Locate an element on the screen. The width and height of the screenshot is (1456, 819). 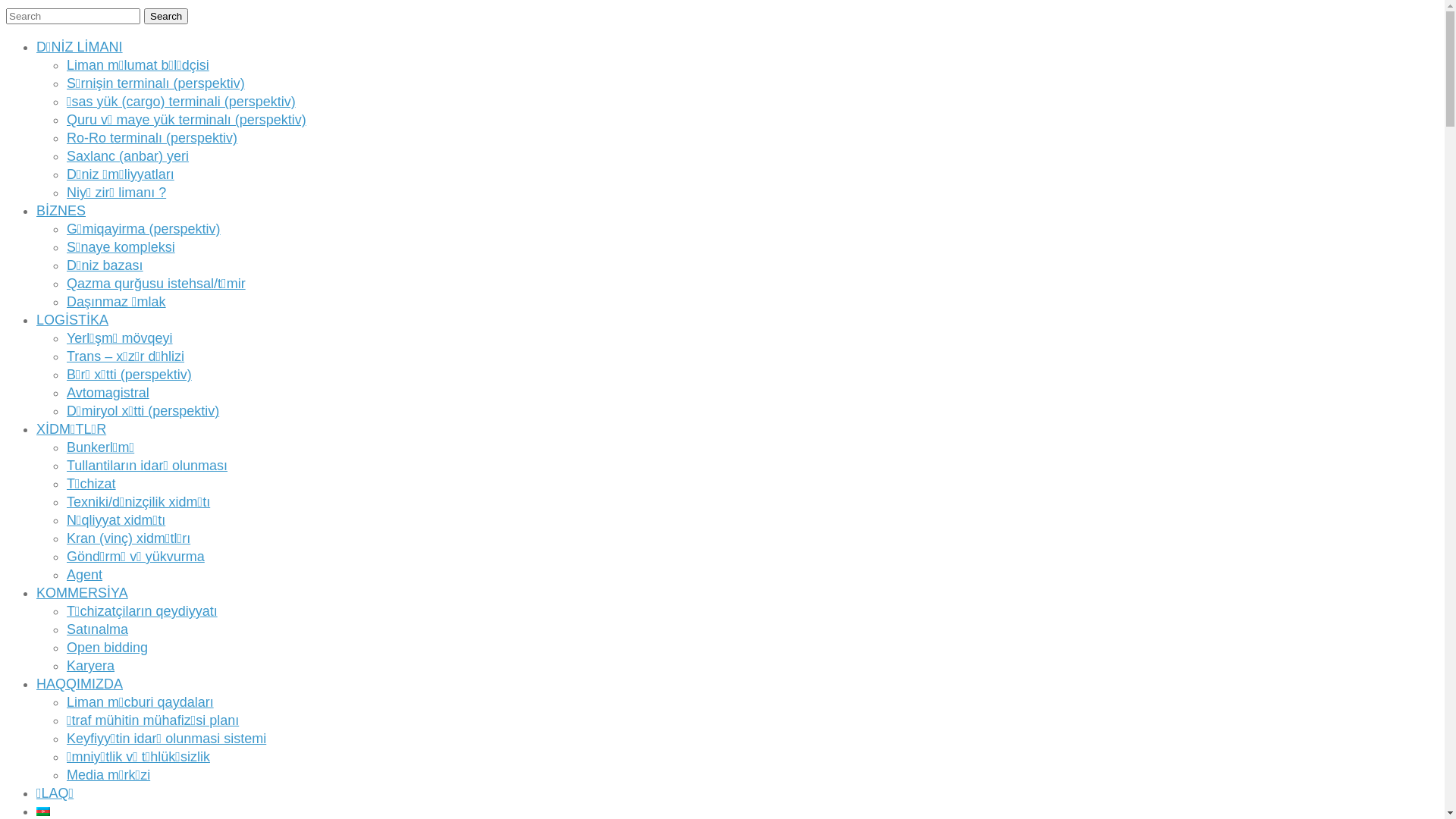
'Open bidding' is located at coordinates (106, 647).